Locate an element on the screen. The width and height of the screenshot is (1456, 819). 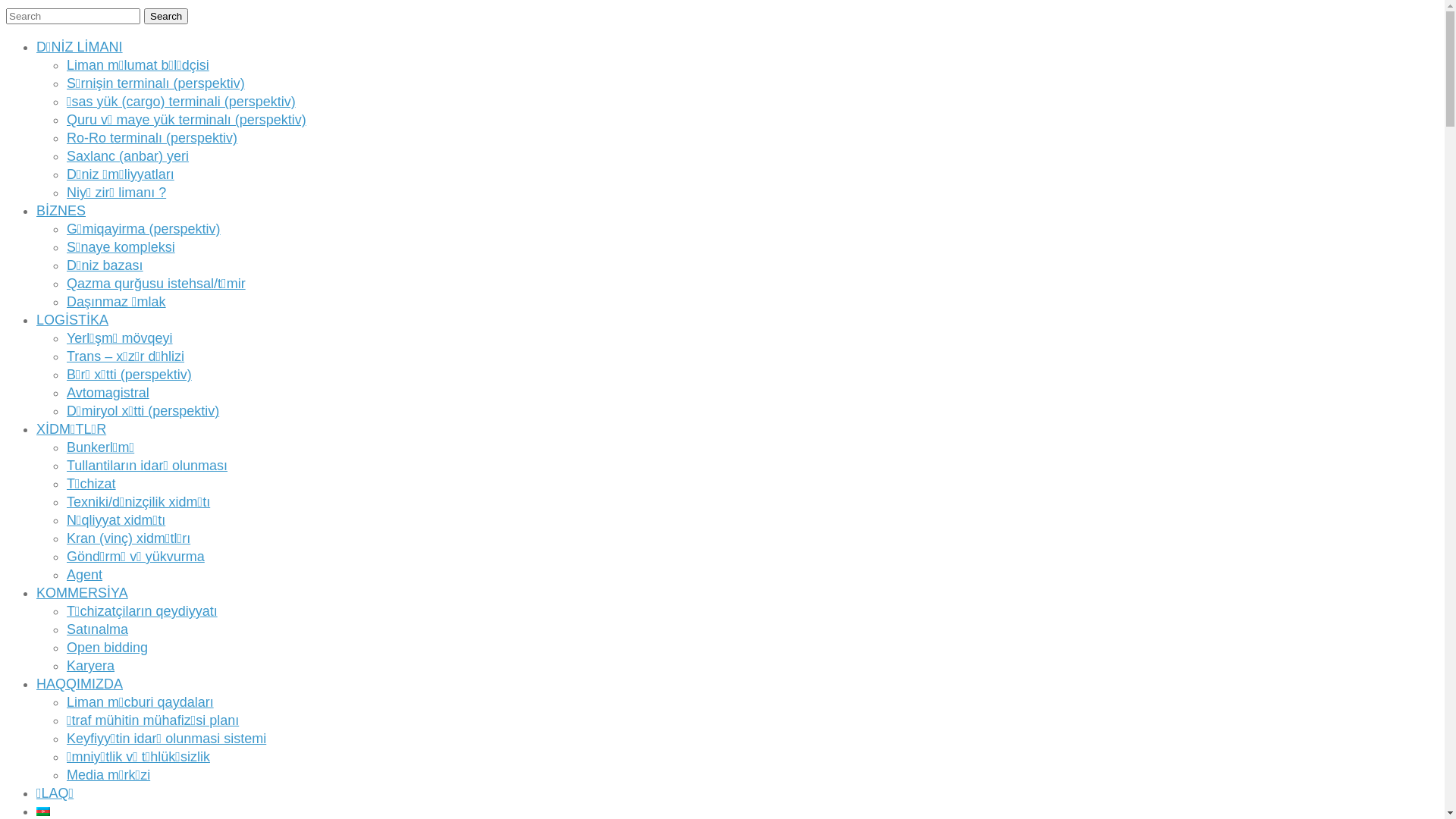
'Open bidding' is located at coordinates (106, 647).